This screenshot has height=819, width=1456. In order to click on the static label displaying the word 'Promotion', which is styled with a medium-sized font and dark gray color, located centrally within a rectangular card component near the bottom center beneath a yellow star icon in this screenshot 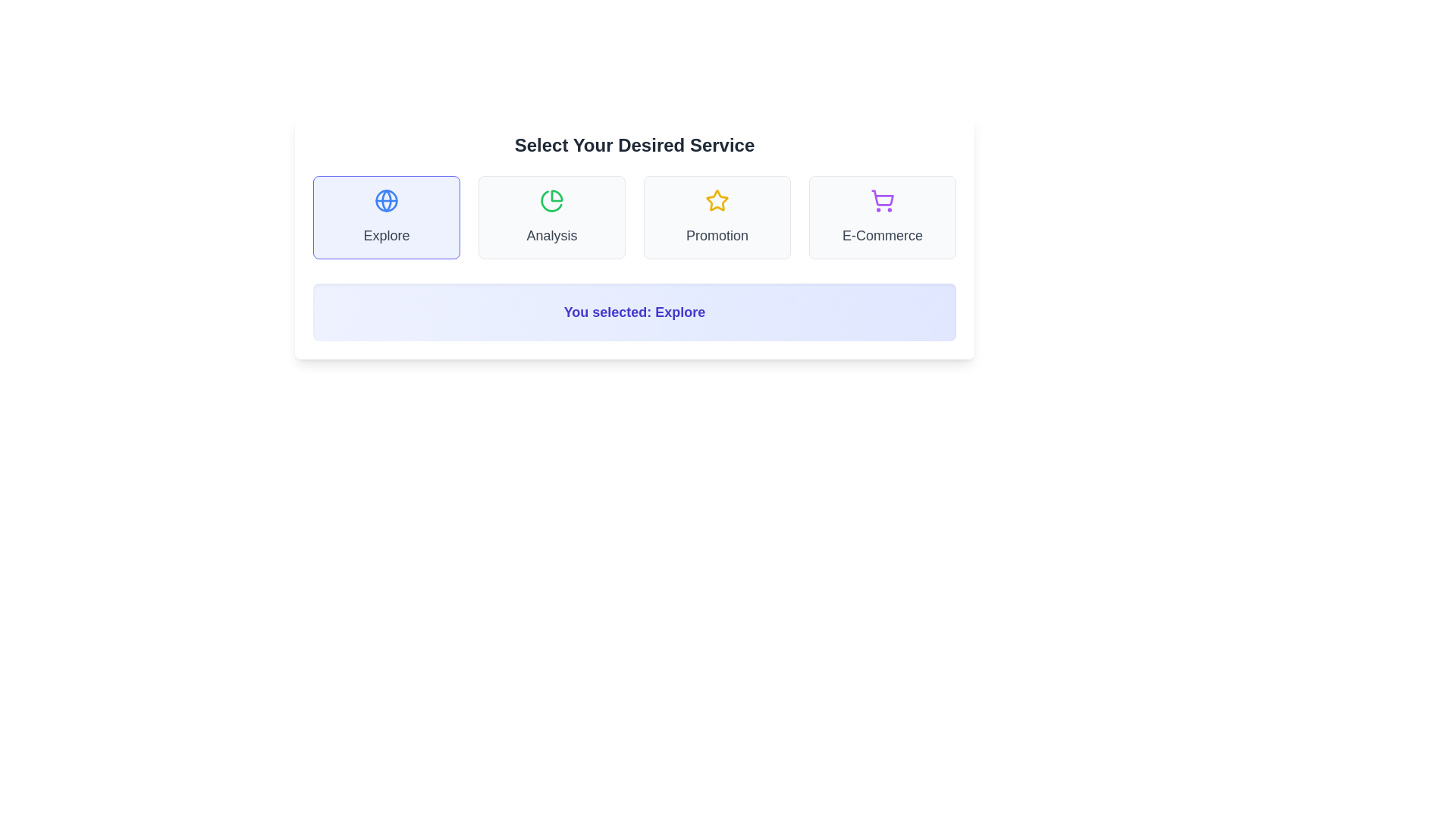, I will do `click(716, 236)`.